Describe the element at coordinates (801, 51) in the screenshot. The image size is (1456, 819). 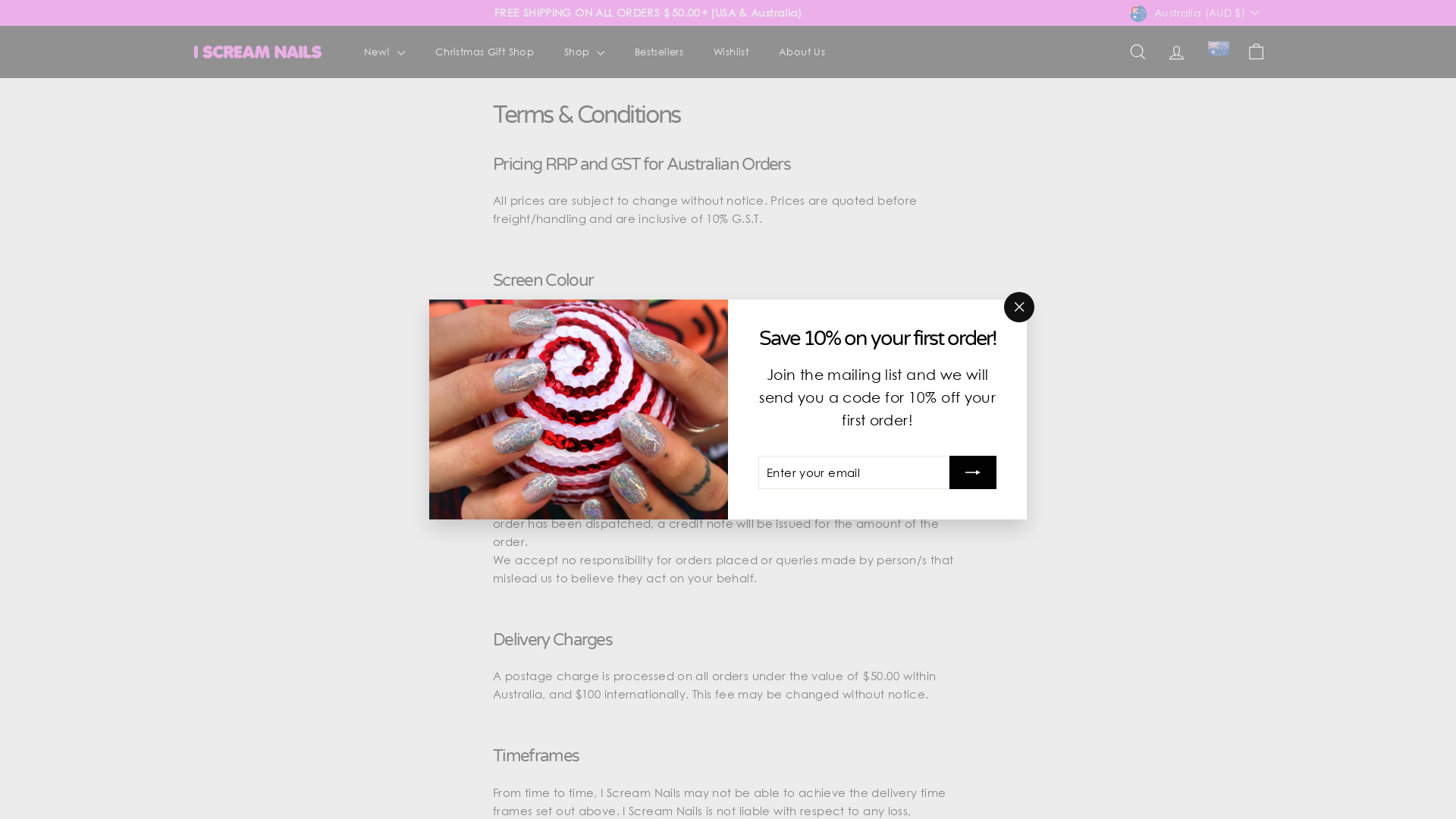
I see `'About Us'` at that location.